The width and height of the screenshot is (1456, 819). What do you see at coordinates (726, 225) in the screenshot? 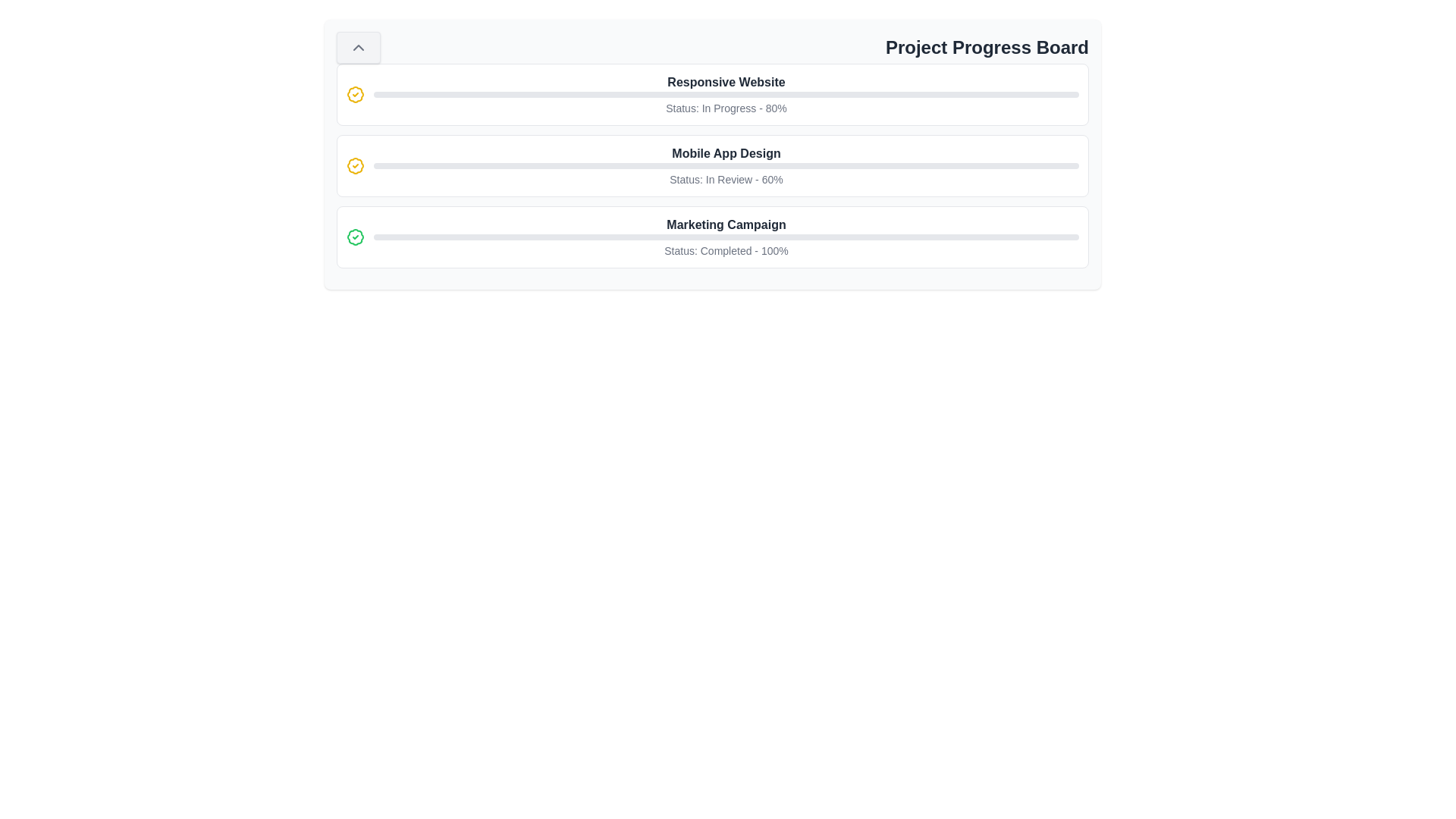
I see `the text label for the third progress entry titled 'Marketing Campaign' with the status 'Status: Completed - 100%'` at bounding box center [726, 225].